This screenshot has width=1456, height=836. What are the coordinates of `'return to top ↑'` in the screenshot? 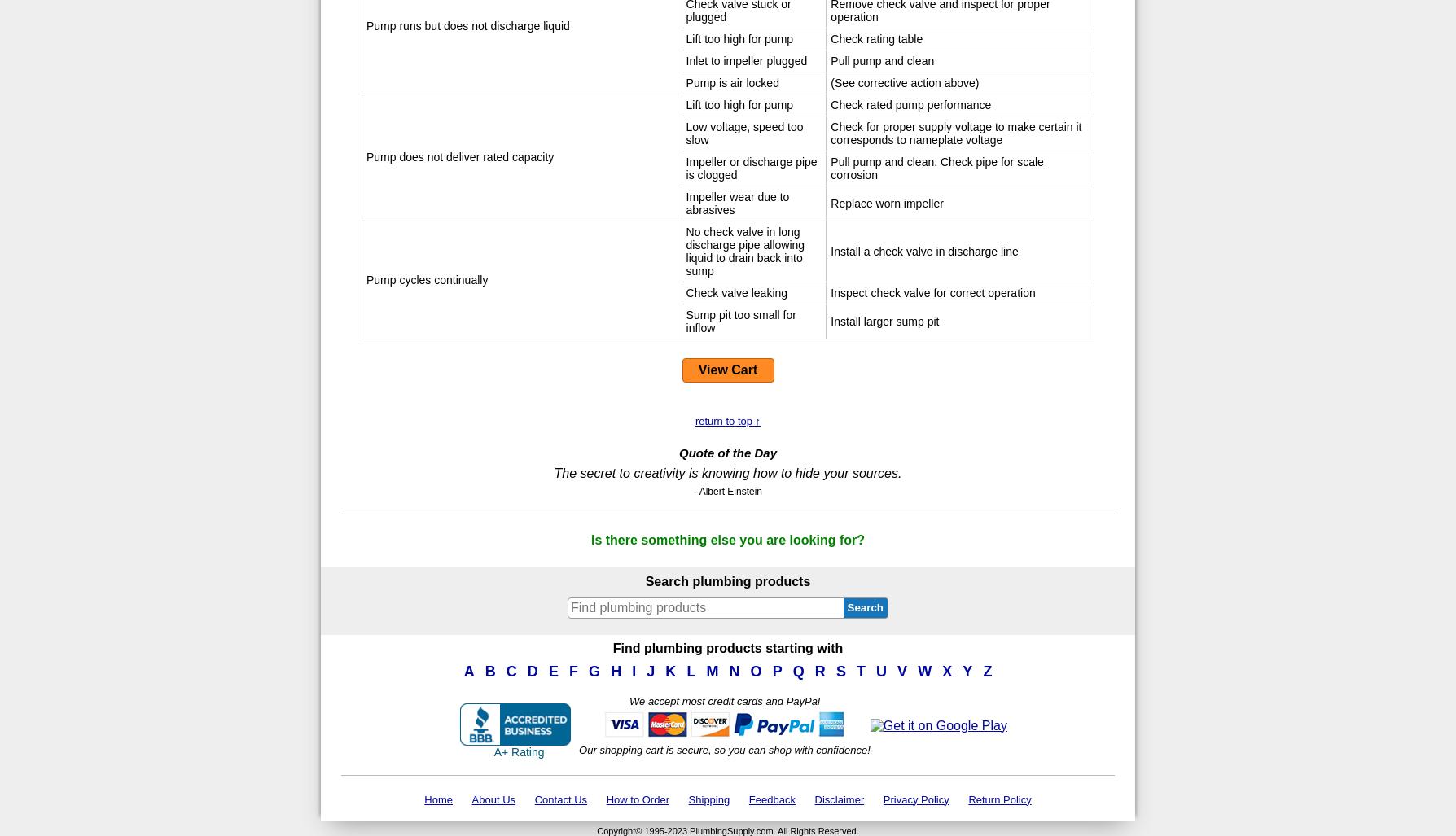 It's located at (726, 420).